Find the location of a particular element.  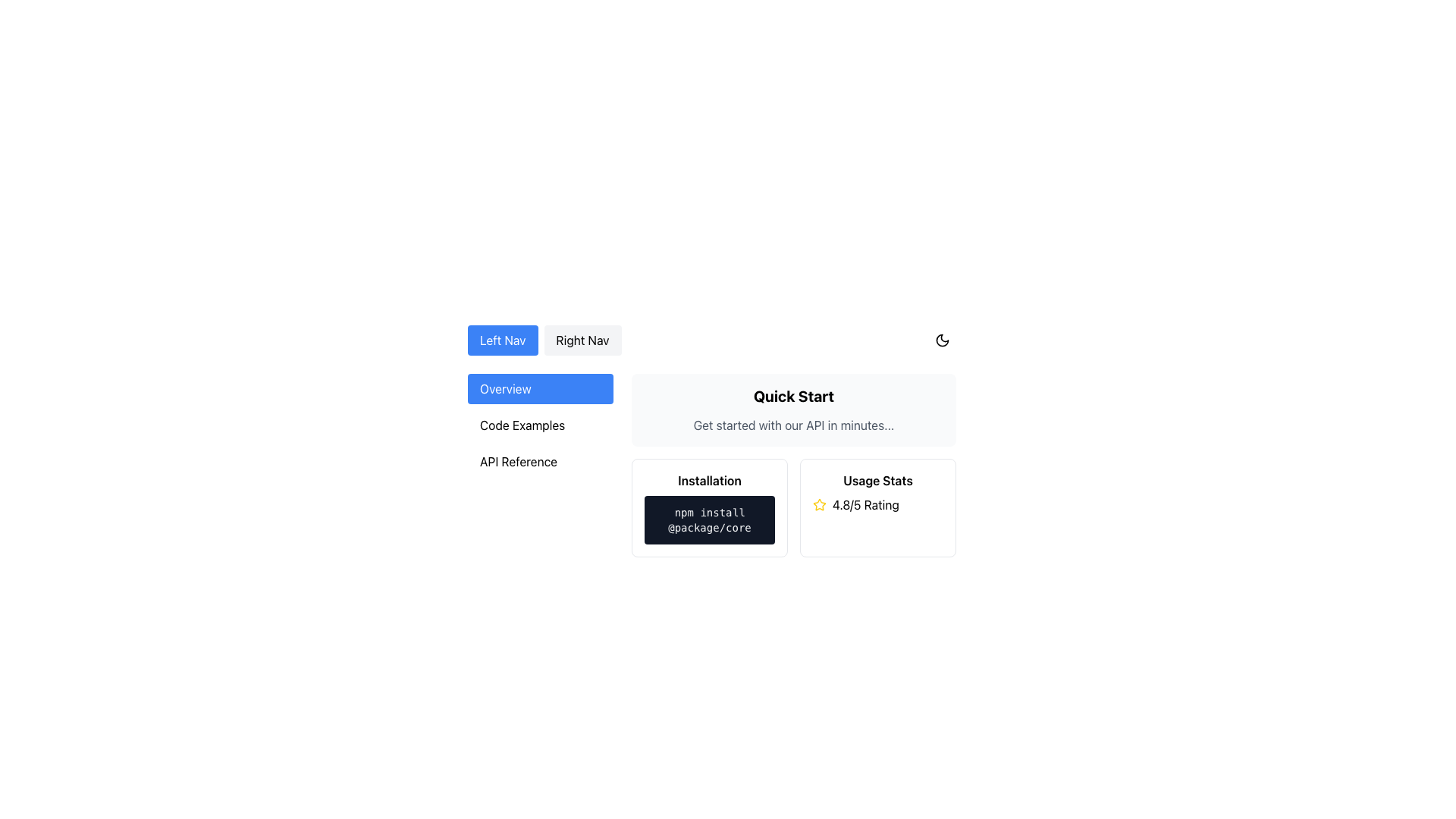

the crescent moon icon located at the top-right corner of the interface, which symbolizes dark mode is located at coordinates (942, 339).